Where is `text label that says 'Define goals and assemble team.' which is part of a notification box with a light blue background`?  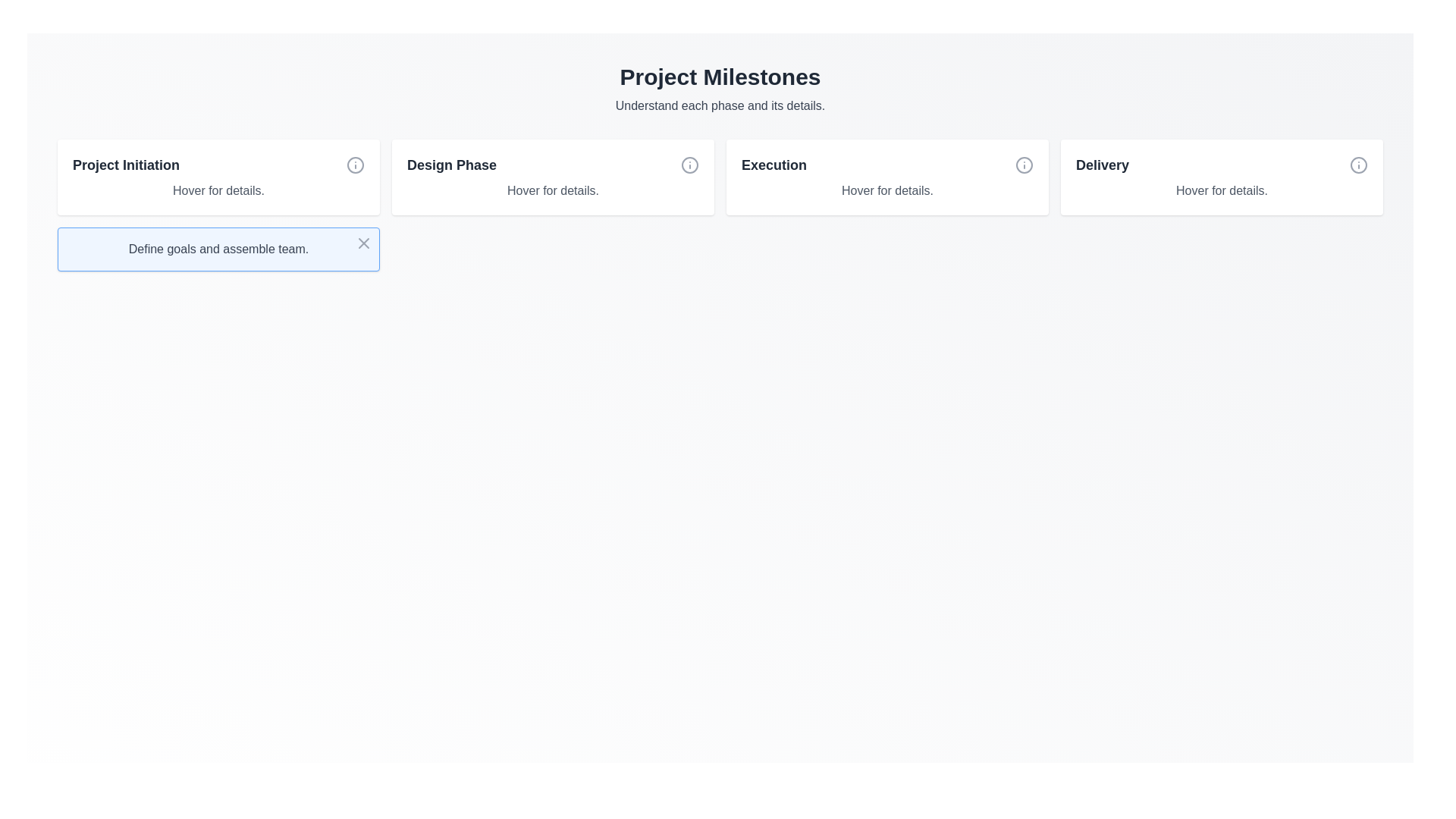 text label that says 'Define goals and assemble team.' which is part of a notification box with a light blue background is located at coordinates (218, 248).